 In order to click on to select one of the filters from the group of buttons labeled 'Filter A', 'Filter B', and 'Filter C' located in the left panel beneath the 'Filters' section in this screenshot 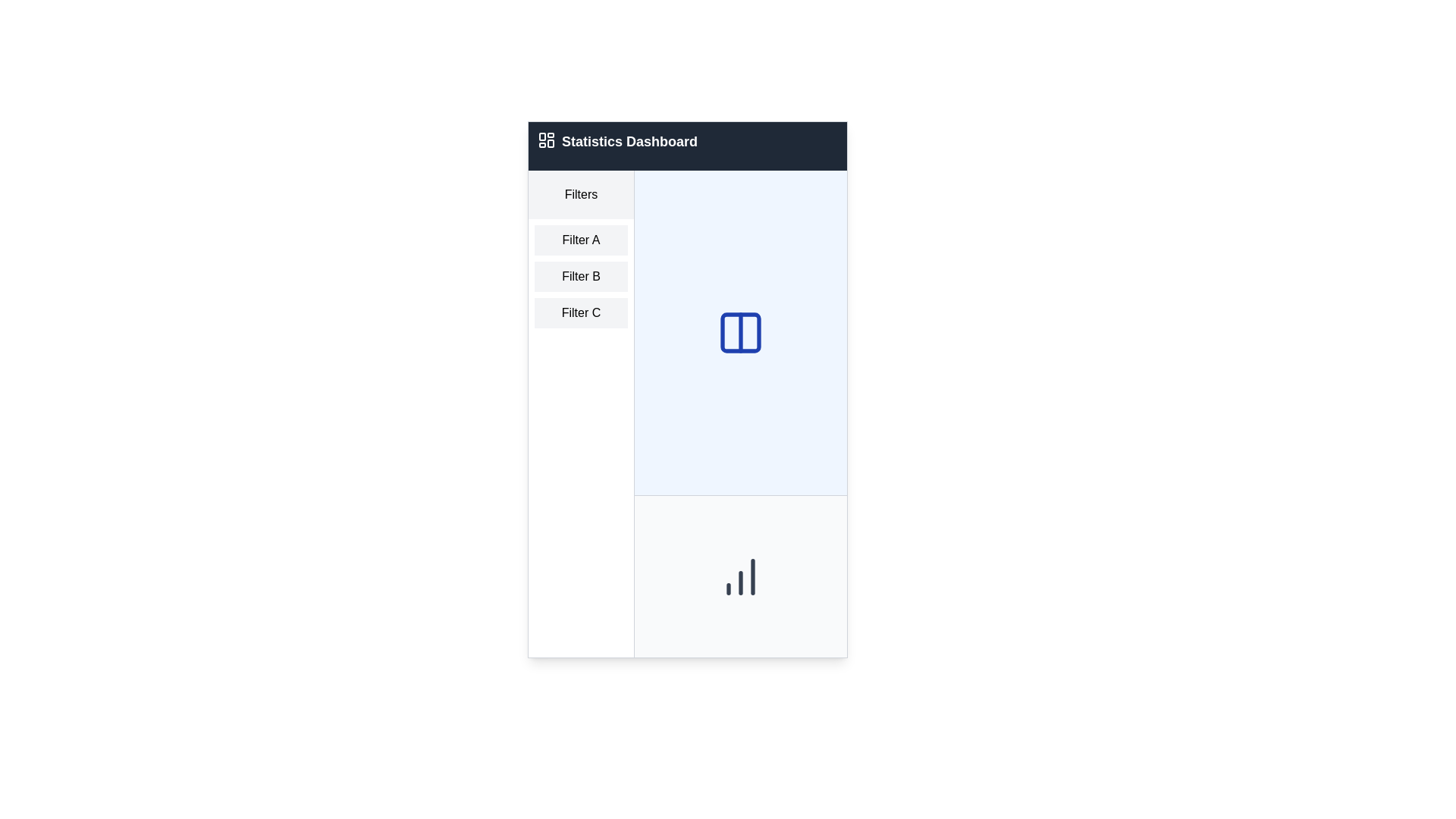, I will do `click(580, 277)`.